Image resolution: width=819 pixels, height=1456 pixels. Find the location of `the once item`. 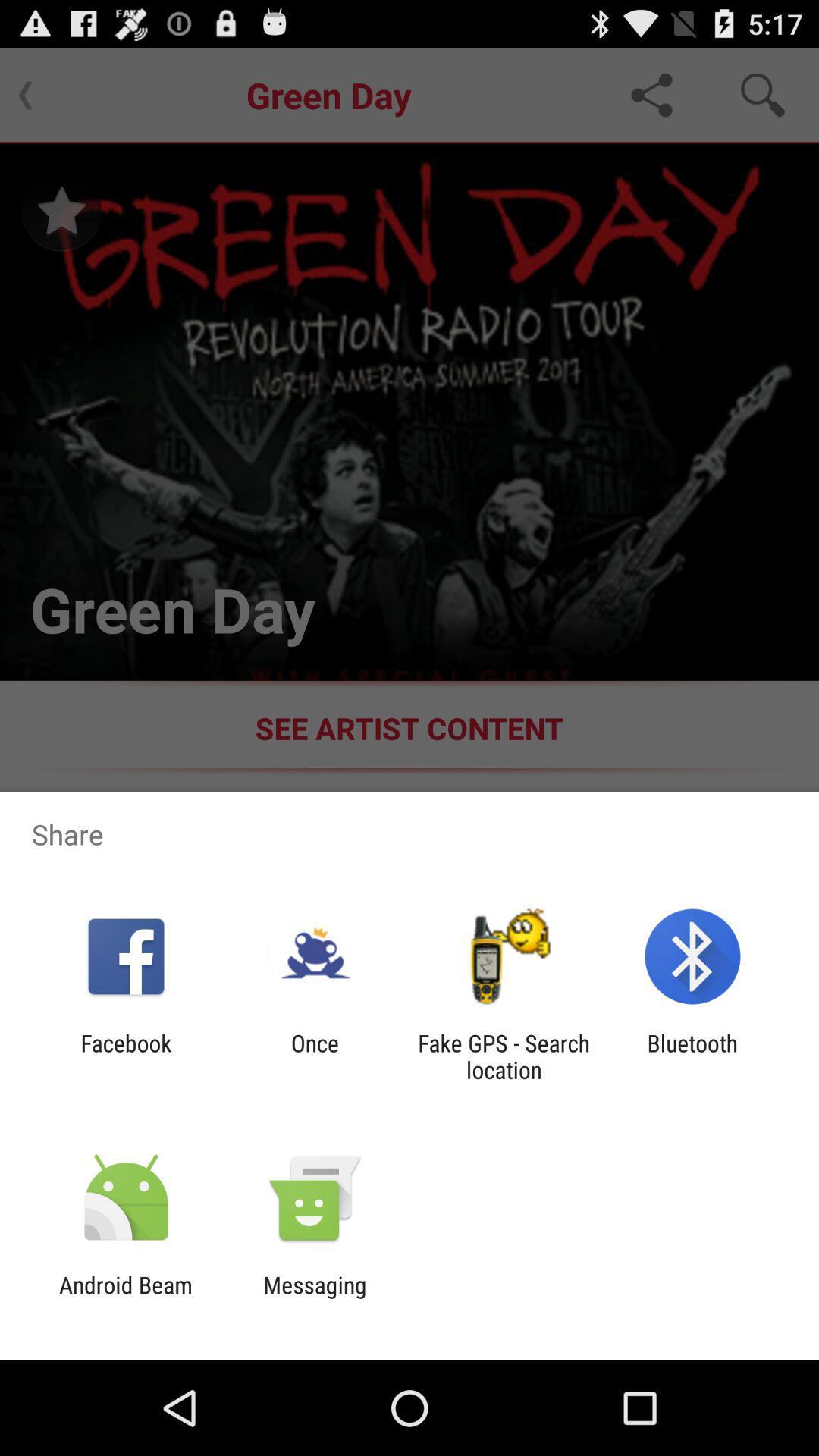

the once item is located at coordinates (314, 1056).